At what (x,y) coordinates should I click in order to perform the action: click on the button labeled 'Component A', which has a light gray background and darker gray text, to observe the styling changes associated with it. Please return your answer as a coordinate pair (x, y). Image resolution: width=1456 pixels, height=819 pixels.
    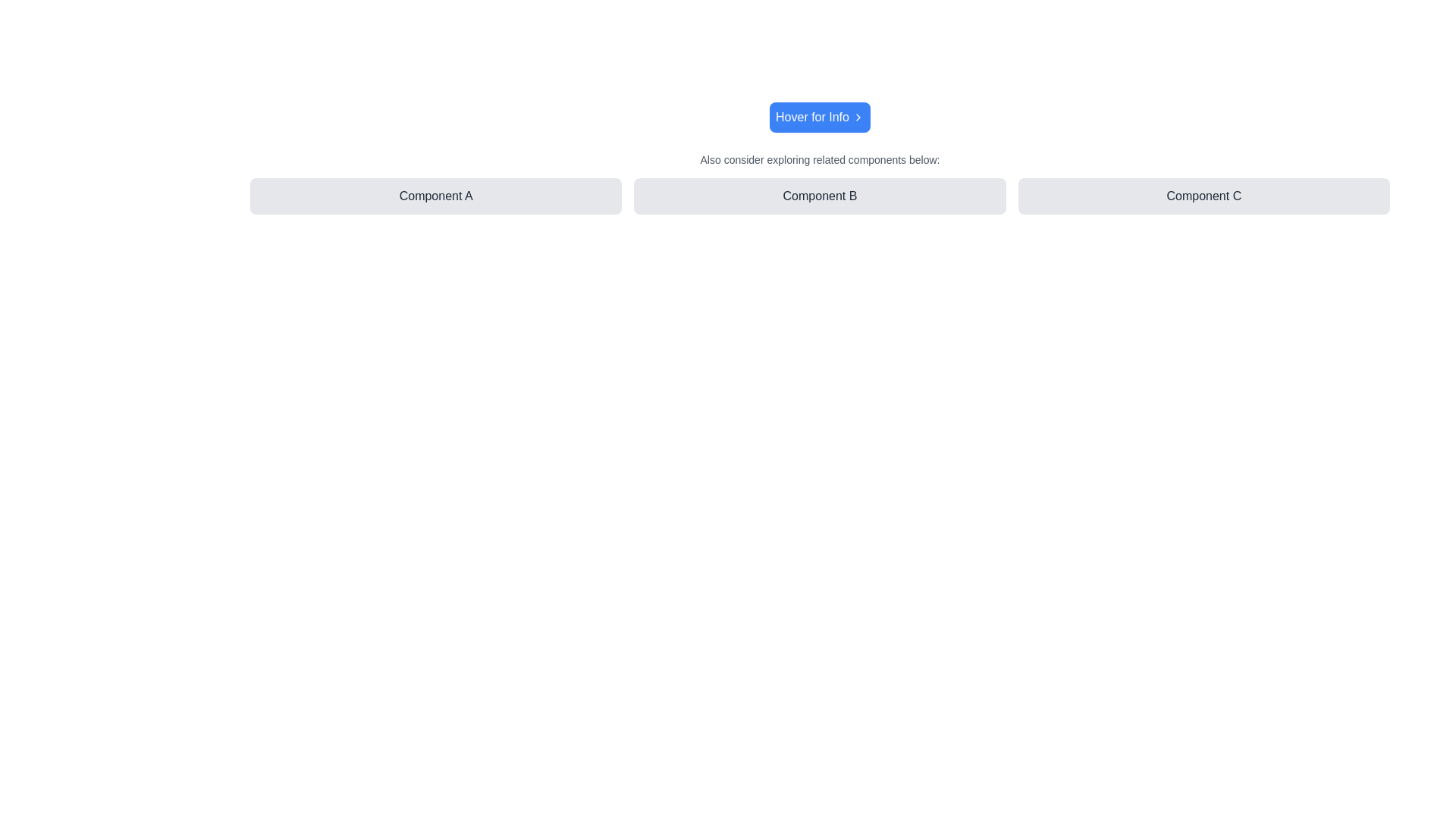
    Looking at the image, I should click on (435, 195).